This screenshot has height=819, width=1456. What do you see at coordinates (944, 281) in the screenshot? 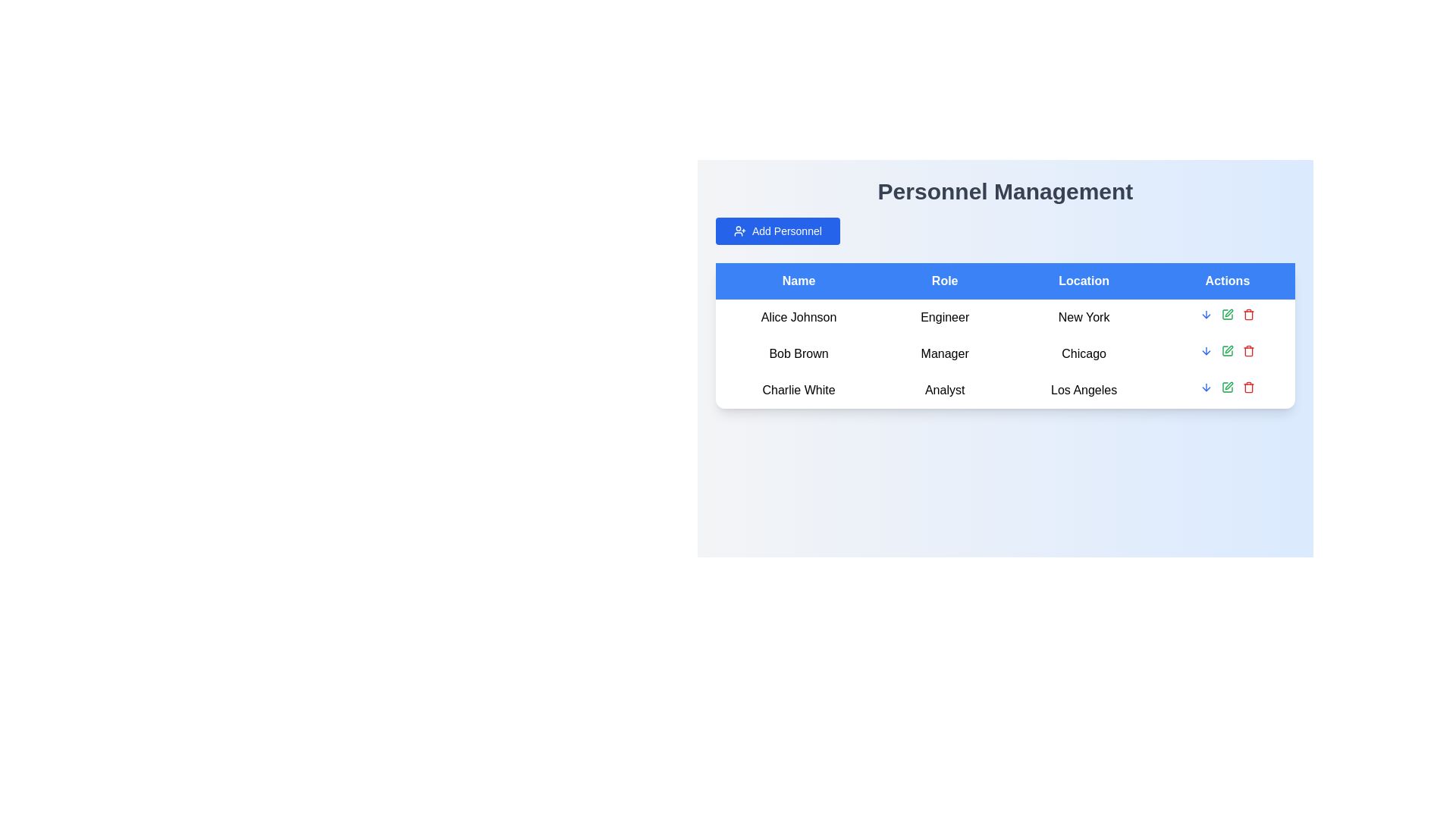
I see `the 'Role' column header in the data table, which is the second label in the horizontal header row` at bounding box center [944, 281].